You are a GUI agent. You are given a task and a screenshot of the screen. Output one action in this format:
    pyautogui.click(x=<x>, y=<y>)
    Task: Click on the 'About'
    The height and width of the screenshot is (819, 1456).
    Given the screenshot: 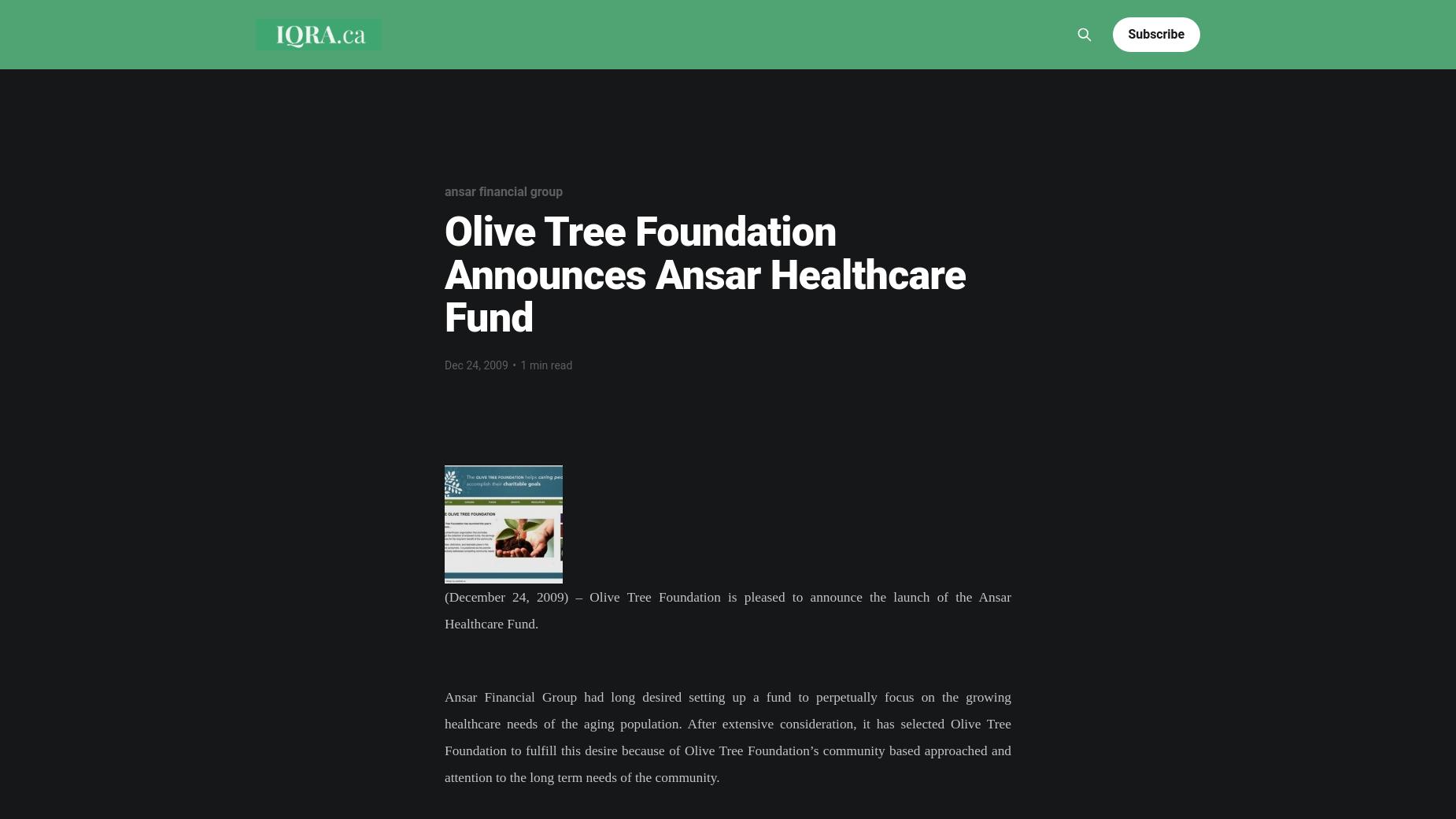 What is the action you would take?
    pyautogui.click(x=485, y=10)
    